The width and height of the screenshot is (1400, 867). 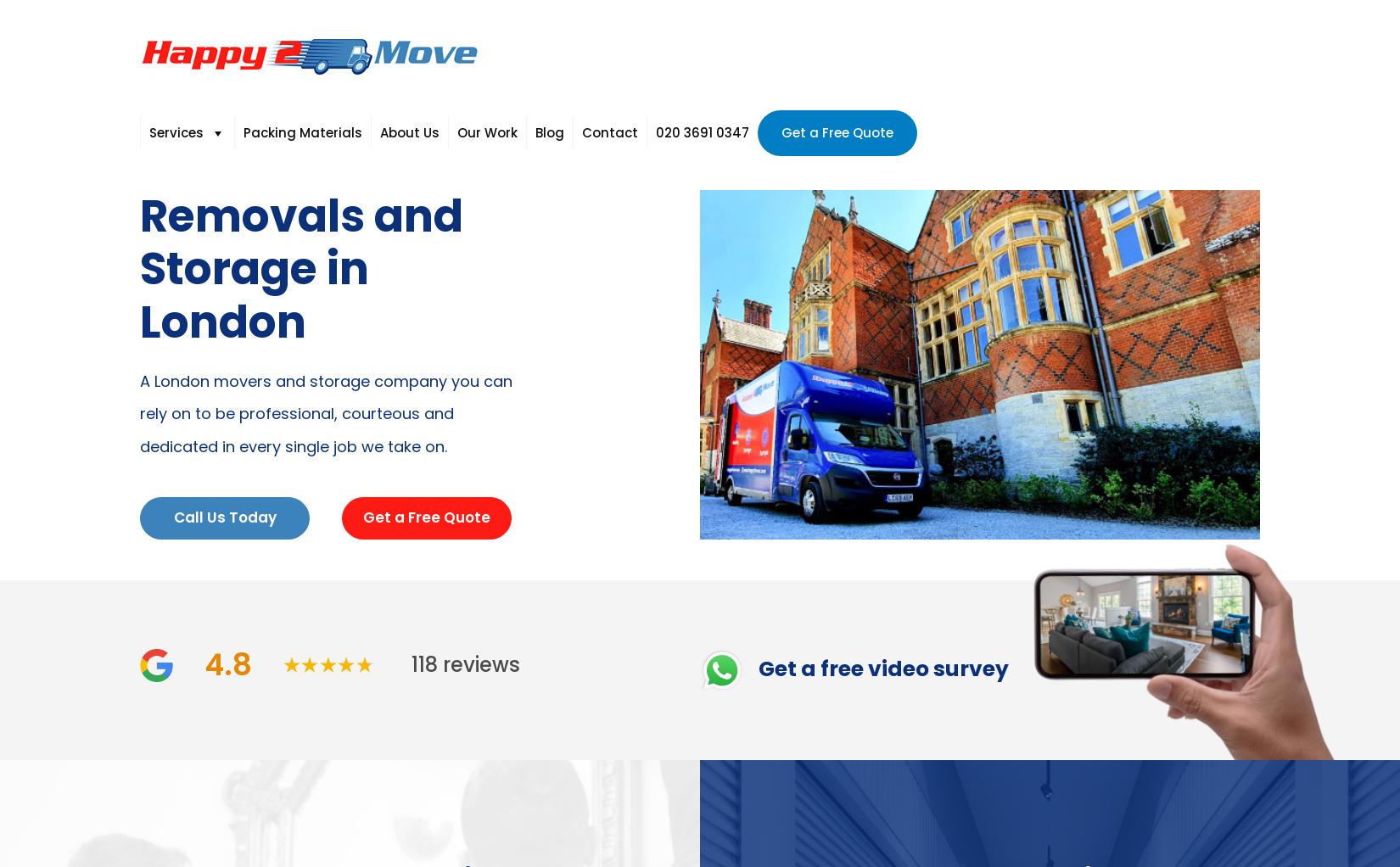 What do you see at coordinates (359, 419) in the screenshot?
I see `'Flatpack Assembly'` at bounding box center [359, 419].